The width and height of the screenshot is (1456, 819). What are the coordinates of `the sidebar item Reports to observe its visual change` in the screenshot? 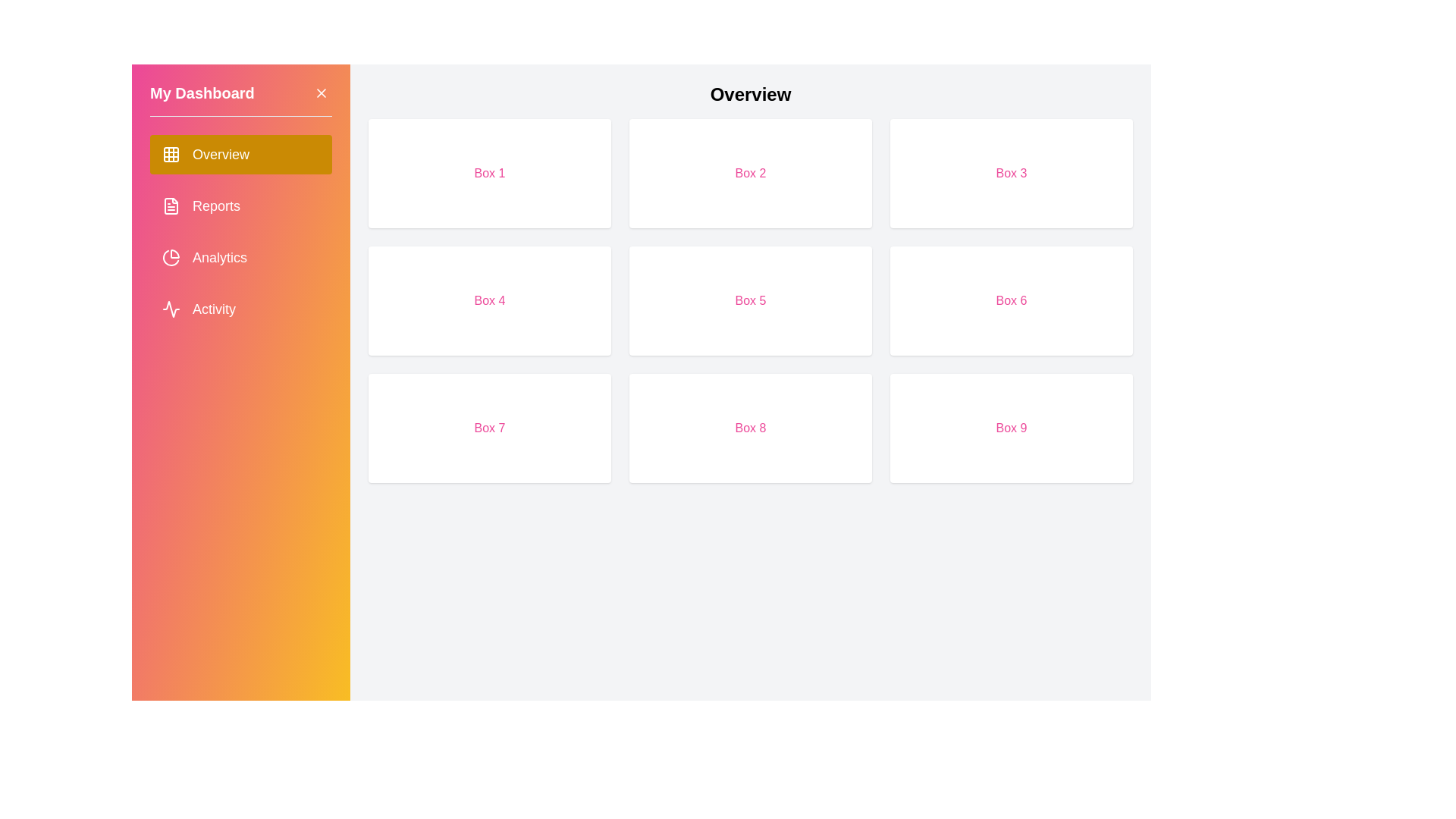 It's located at (240, 206).